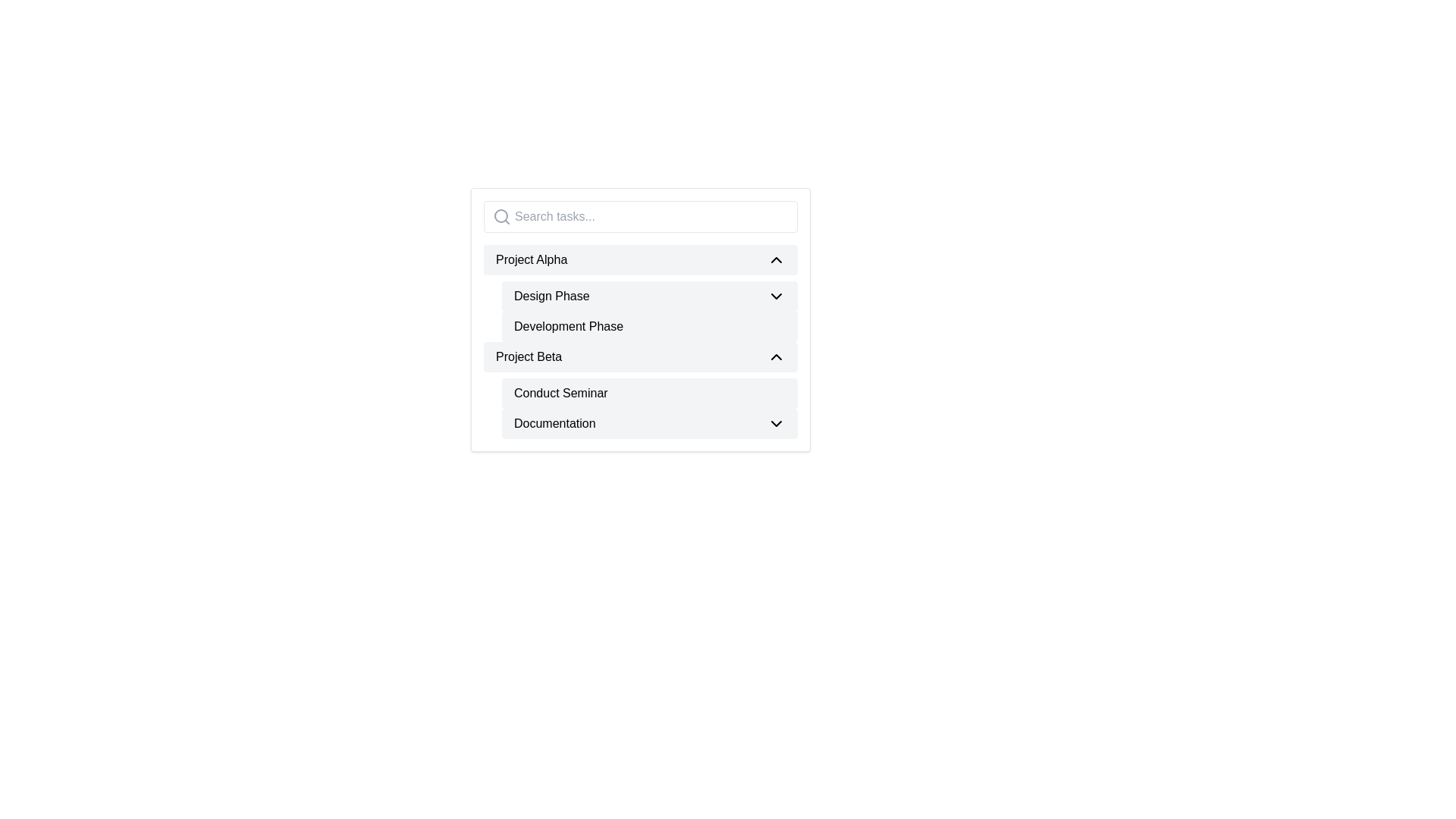 Image resolution: width=1456 pixels, height=819 pixels. Describe the element at coordinates (650, 393) in the screenshot. I see `the first list item under the 'Project Beta' category related to 'Conduct Seminar'` at that location.